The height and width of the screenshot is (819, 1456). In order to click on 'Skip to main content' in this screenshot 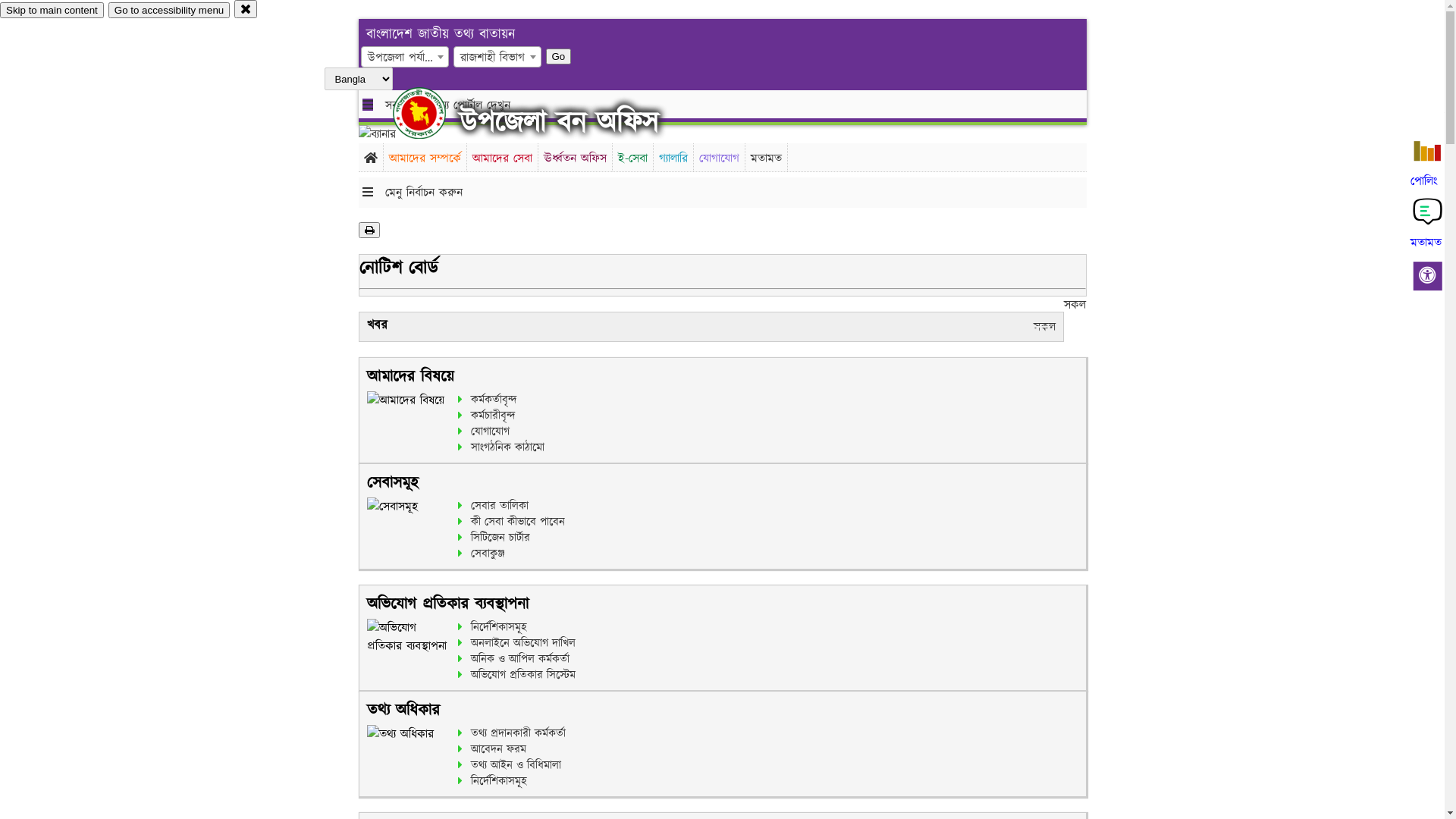, I will do `click(0, 10)`.